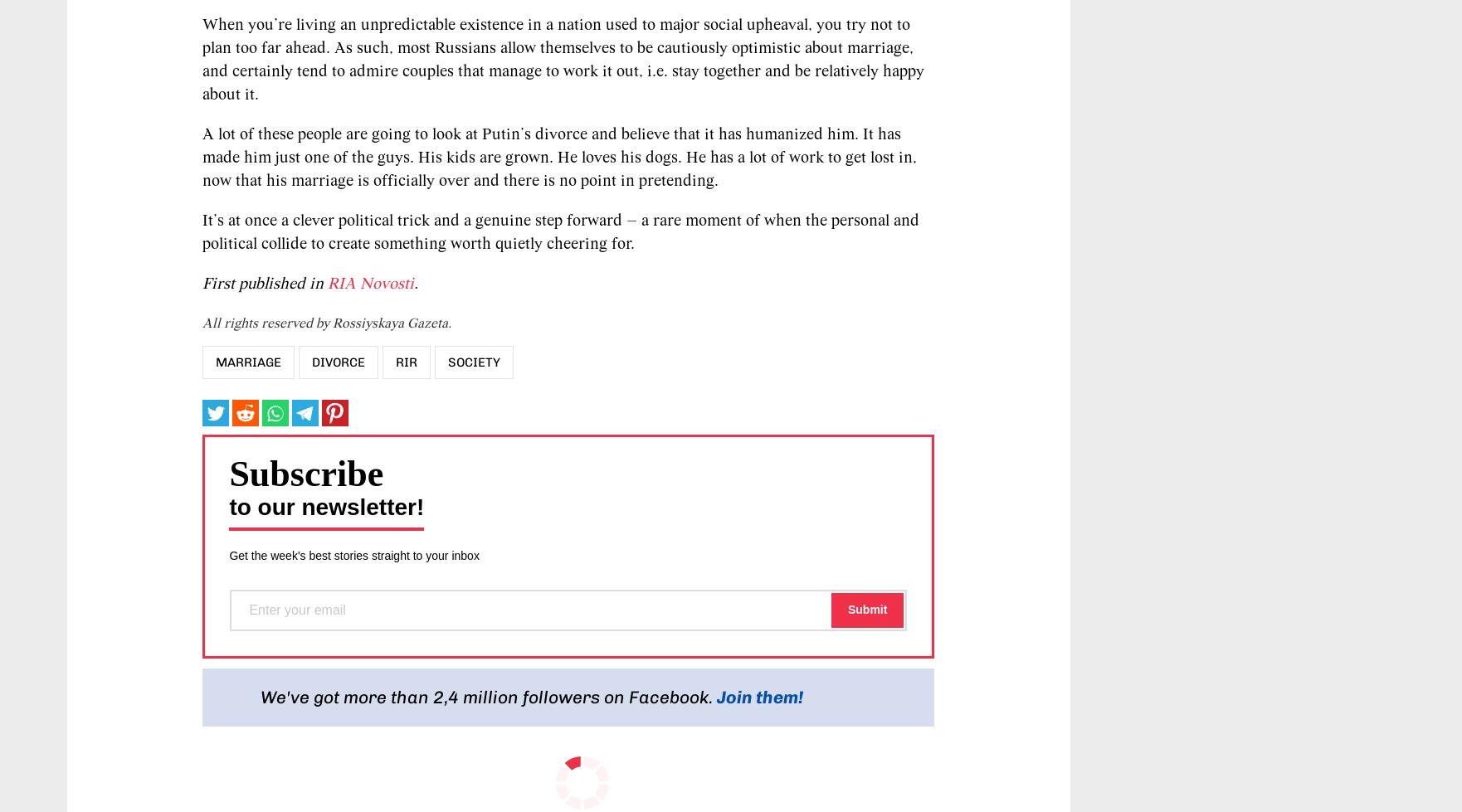 The height and width of the screenshot is (812, 1462). What do you see at coordinates (265, 283) in the screenshot?
I see `'First published in'` at bounding box center [265, 283].